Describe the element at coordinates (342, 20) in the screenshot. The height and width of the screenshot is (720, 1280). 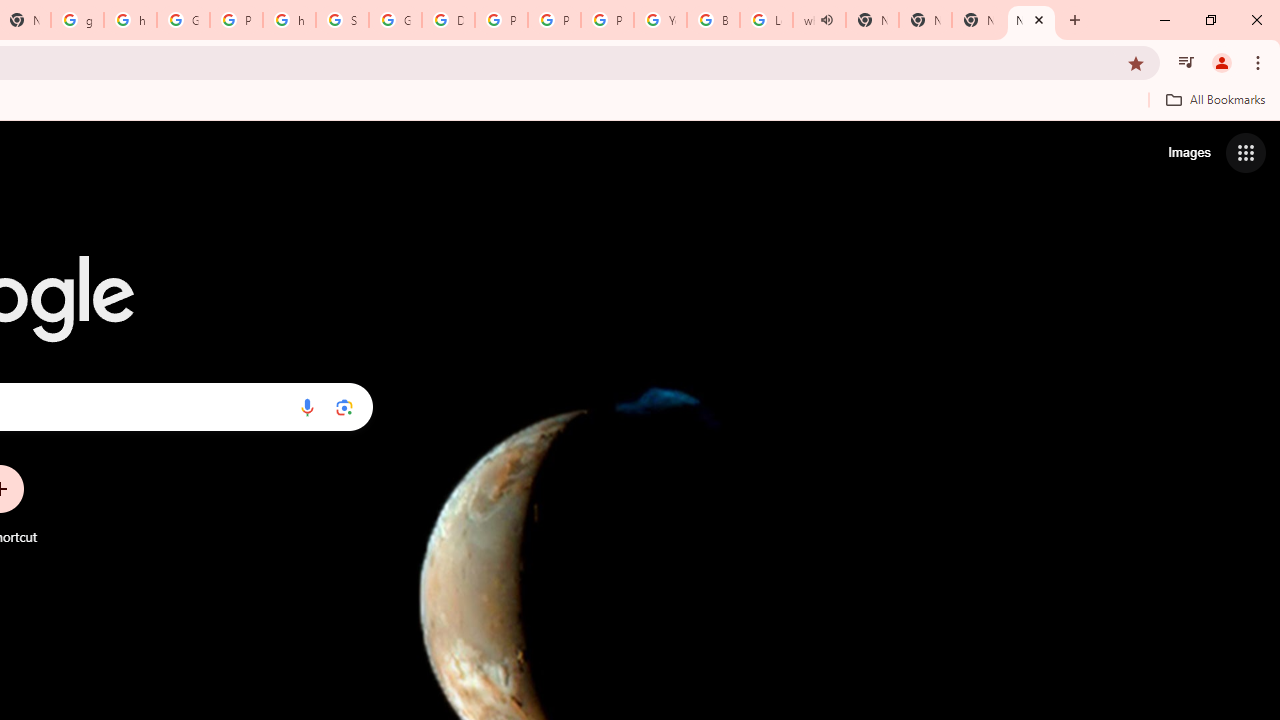
I see `'Sign in - Google Accounts'` at that location.